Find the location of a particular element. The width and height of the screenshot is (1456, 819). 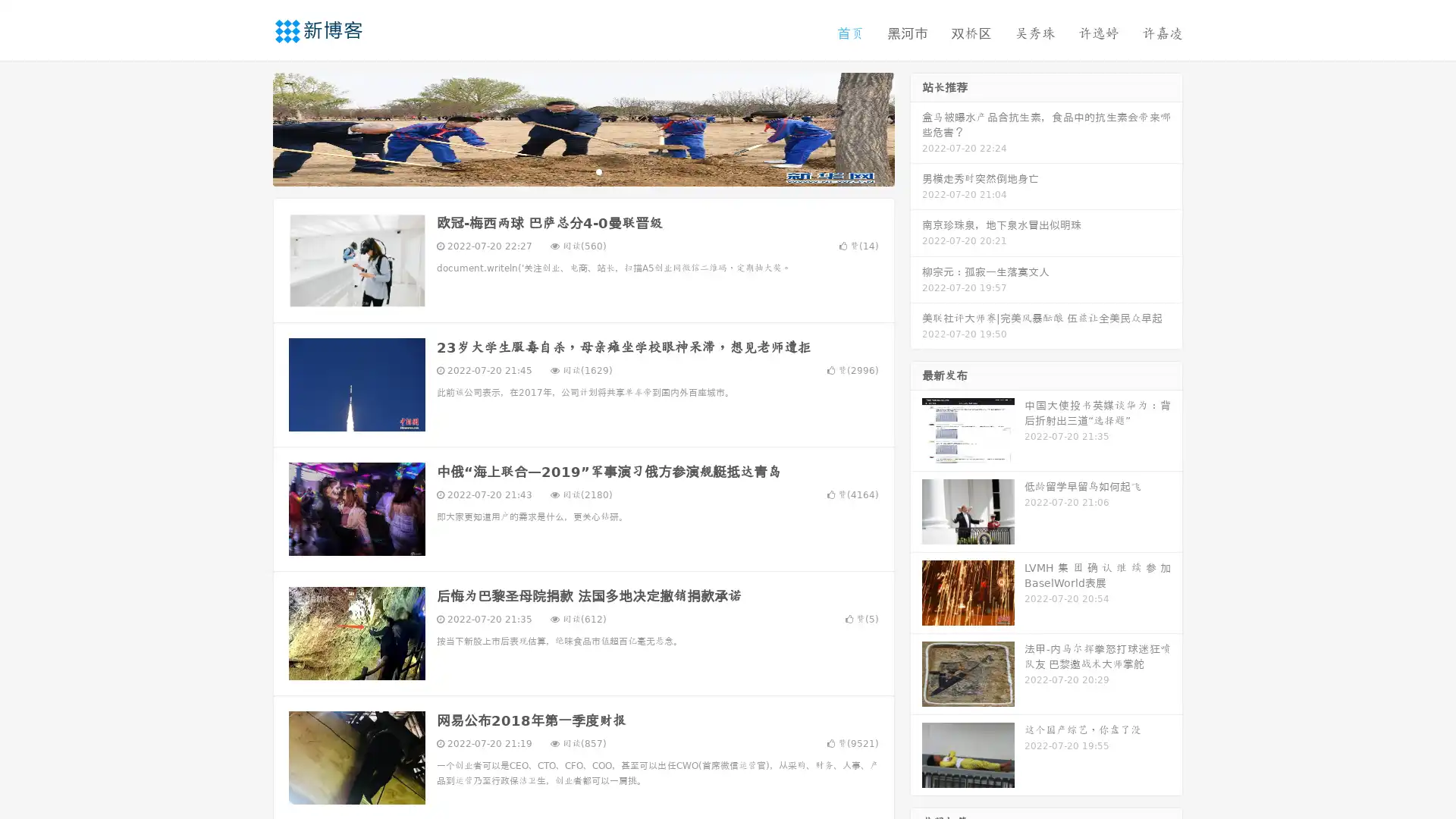

Go to slide 1 is located at coordinates (567, 171).